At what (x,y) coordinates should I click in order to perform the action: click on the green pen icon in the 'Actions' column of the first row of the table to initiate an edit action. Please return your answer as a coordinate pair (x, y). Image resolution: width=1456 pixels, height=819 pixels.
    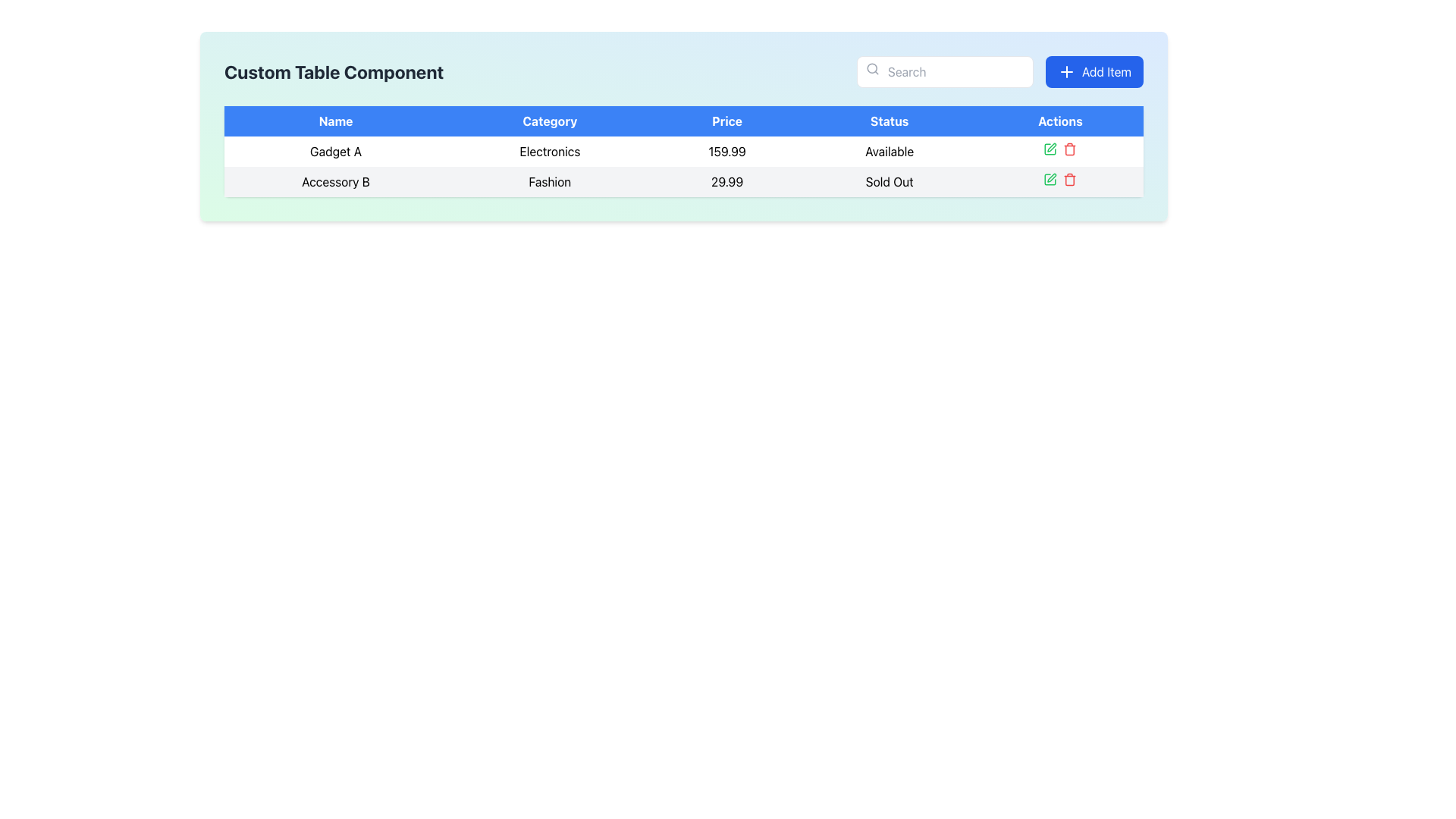
    Looking at the image, I should click on (1050, 149).